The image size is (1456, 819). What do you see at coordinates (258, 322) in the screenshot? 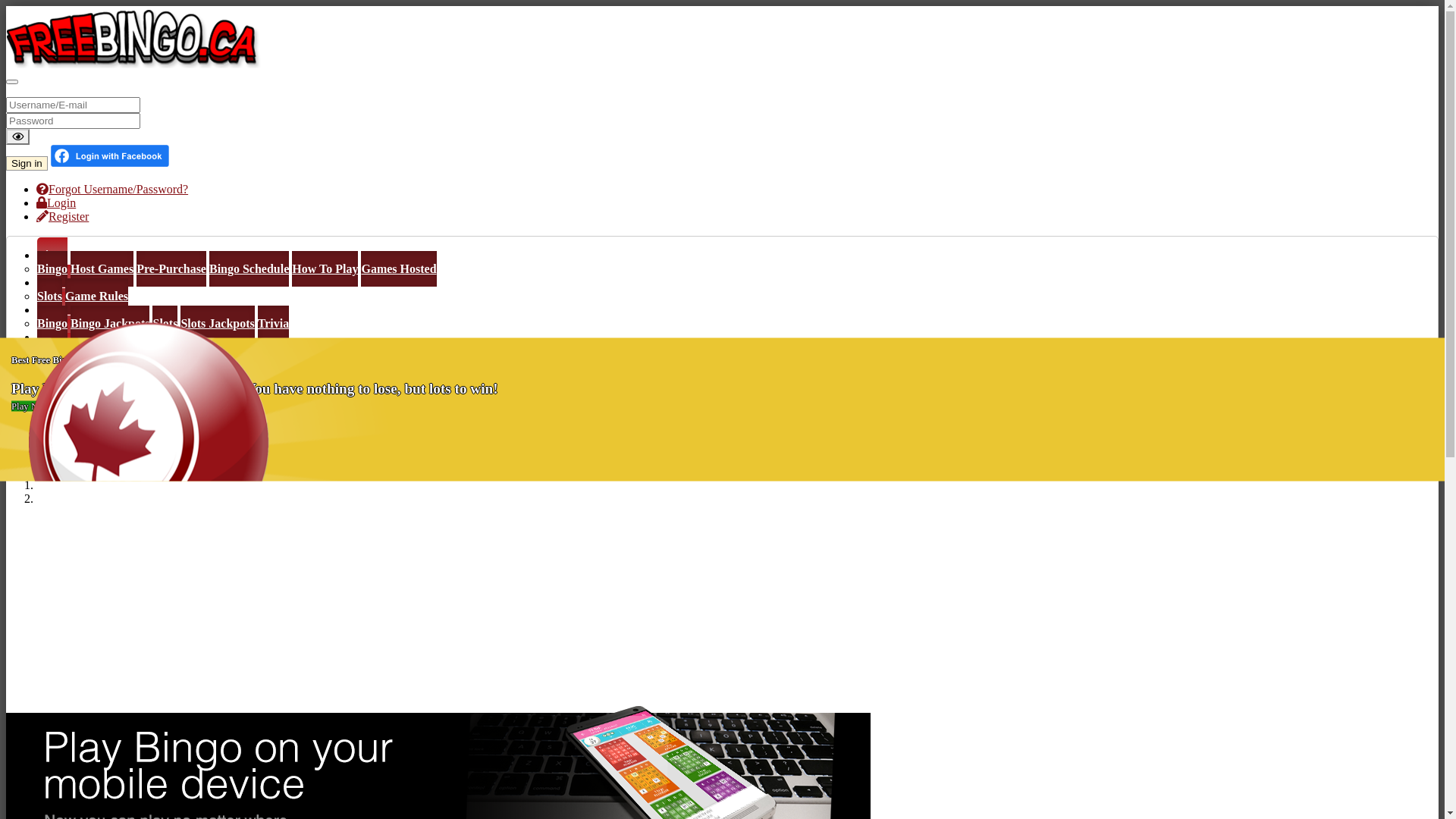
I see `'Trivia'` at bounding box center [258, 322].